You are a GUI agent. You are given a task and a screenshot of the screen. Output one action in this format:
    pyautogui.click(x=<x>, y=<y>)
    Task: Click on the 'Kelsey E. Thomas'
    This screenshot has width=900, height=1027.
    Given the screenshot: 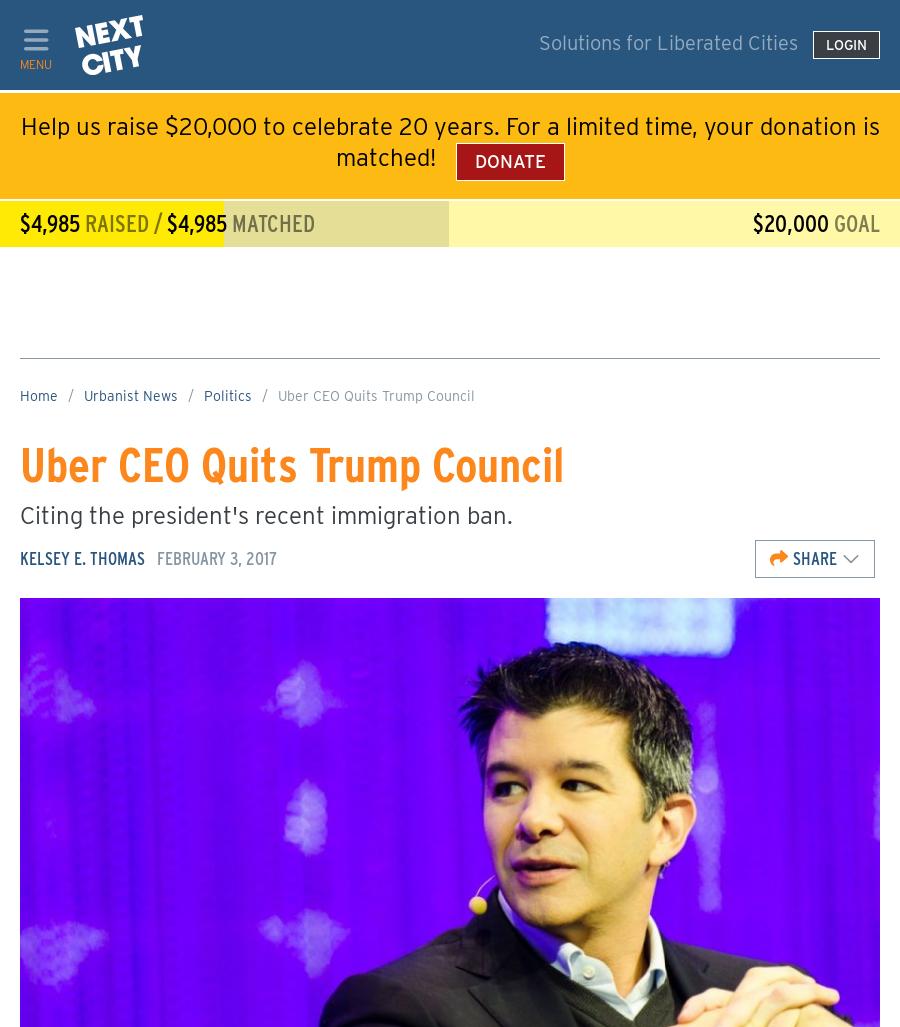 What is the action you would take?
    pyautogui.click(x=81, y=557)
    